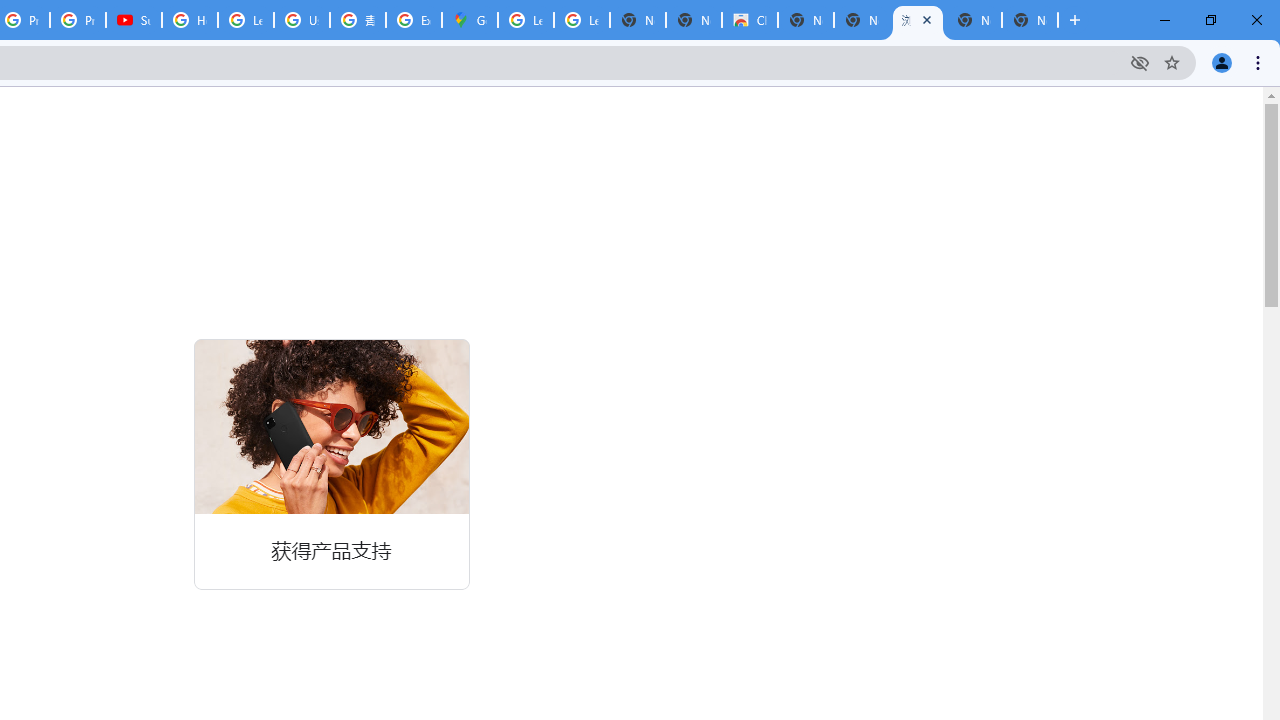  What do you see at coordinates (749, 20) in the screenshot?
I see `'Chrome Web Store'` at bounding box center [749, 20].